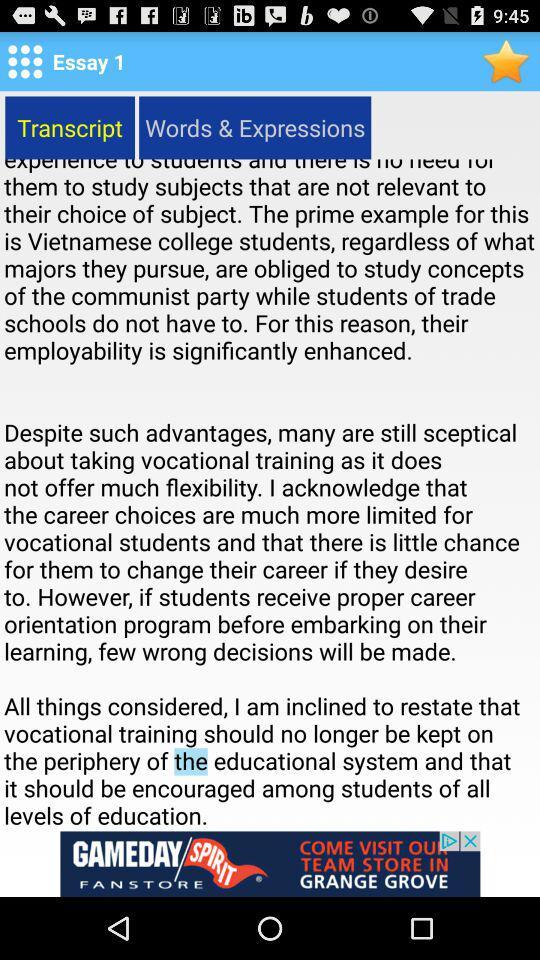 The image size is (540, 960). What do you see at coordinates (507, 61) in the screenshot?
I see `rating` at bounding box center [507, 61].